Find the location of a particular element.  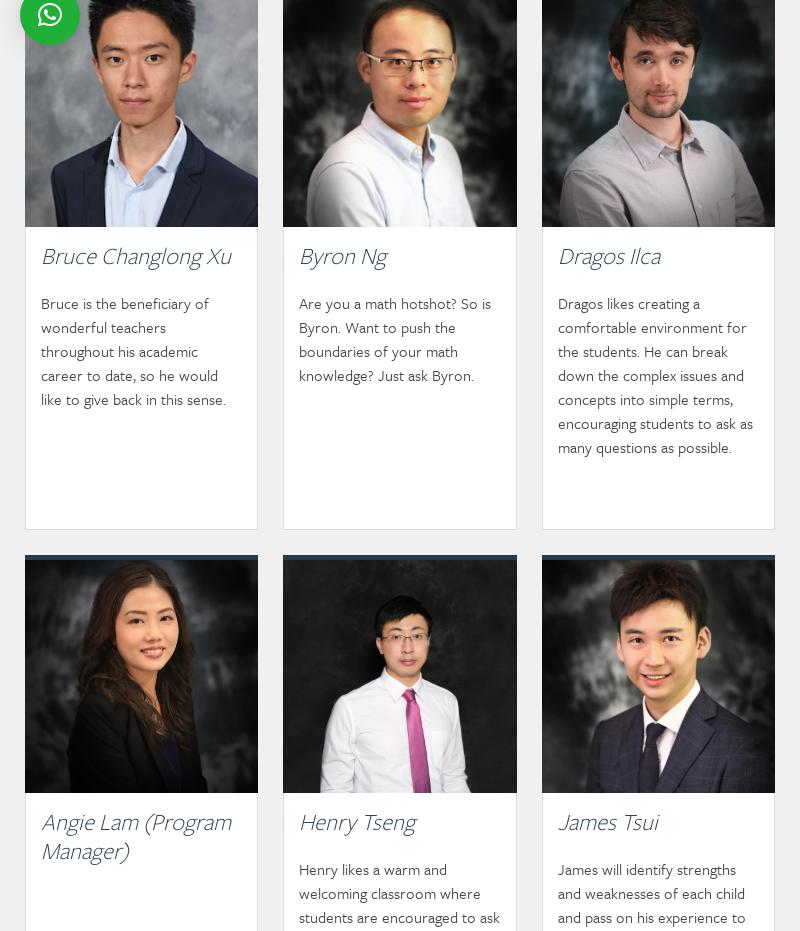

'Henry Tseng' is located at coordinates (357, 820).